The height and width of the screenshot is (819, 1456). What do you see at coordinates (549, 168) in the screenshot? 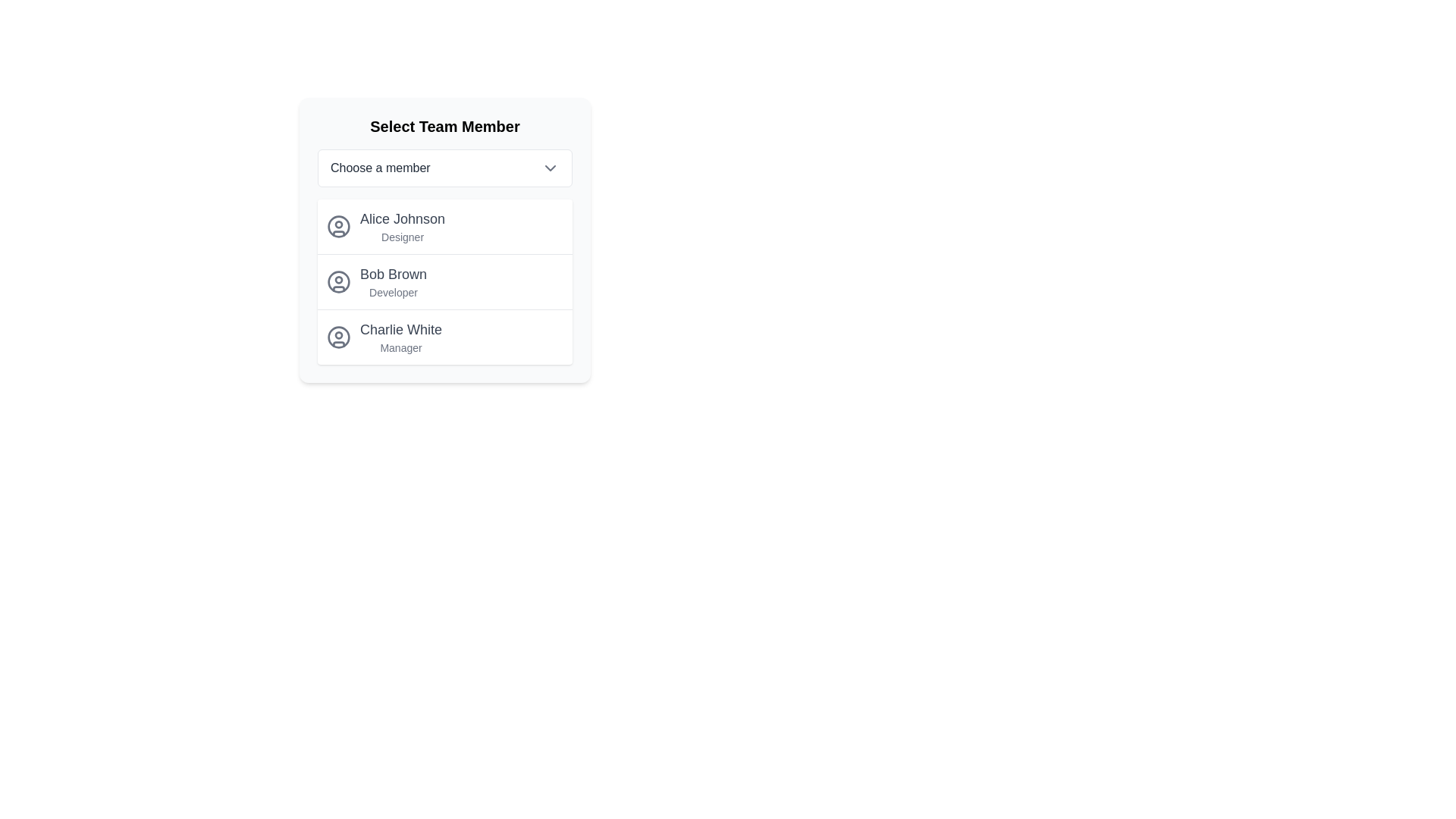
I see `the chevron down icon located to the right of the 'Choose a member' text` at bounding box center [549, 168].